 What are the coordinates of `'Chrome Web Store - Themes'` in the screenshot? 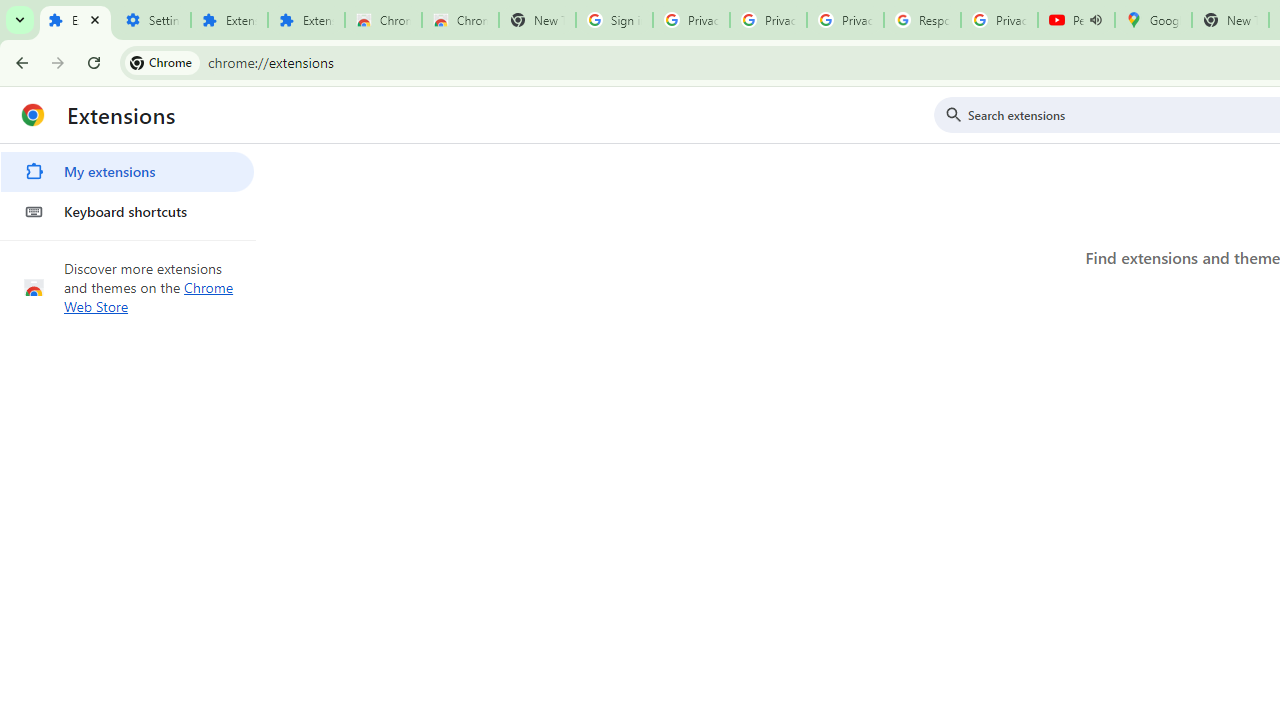 It's located at (459, 20).